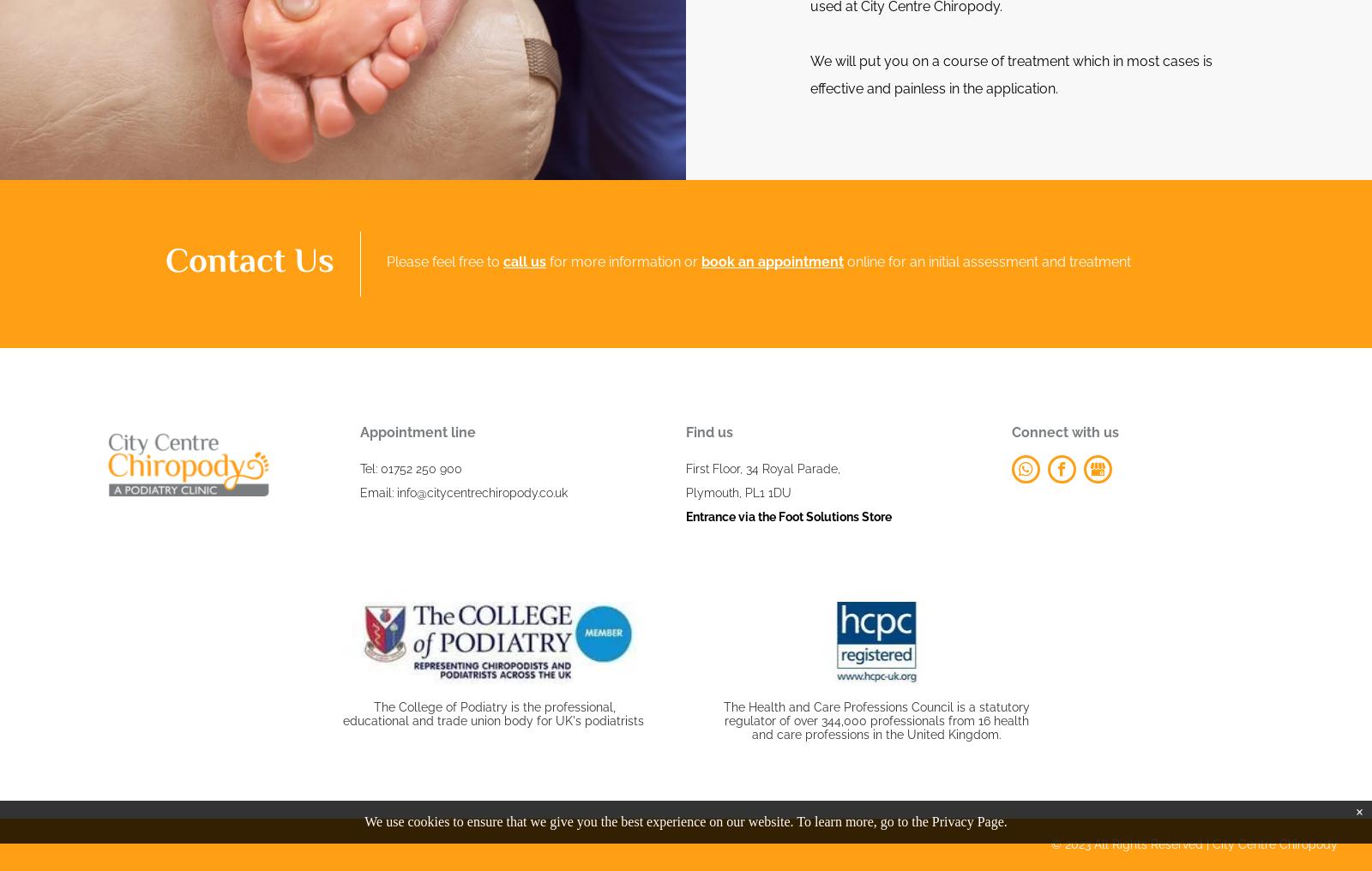 This screenshot has height=871, width=1372. Describe the element at coordinates (1011, 74) in the screenshot. I see `'We will put you on a course of treatment which in most cases is effective and painless in the application.'` at that location.